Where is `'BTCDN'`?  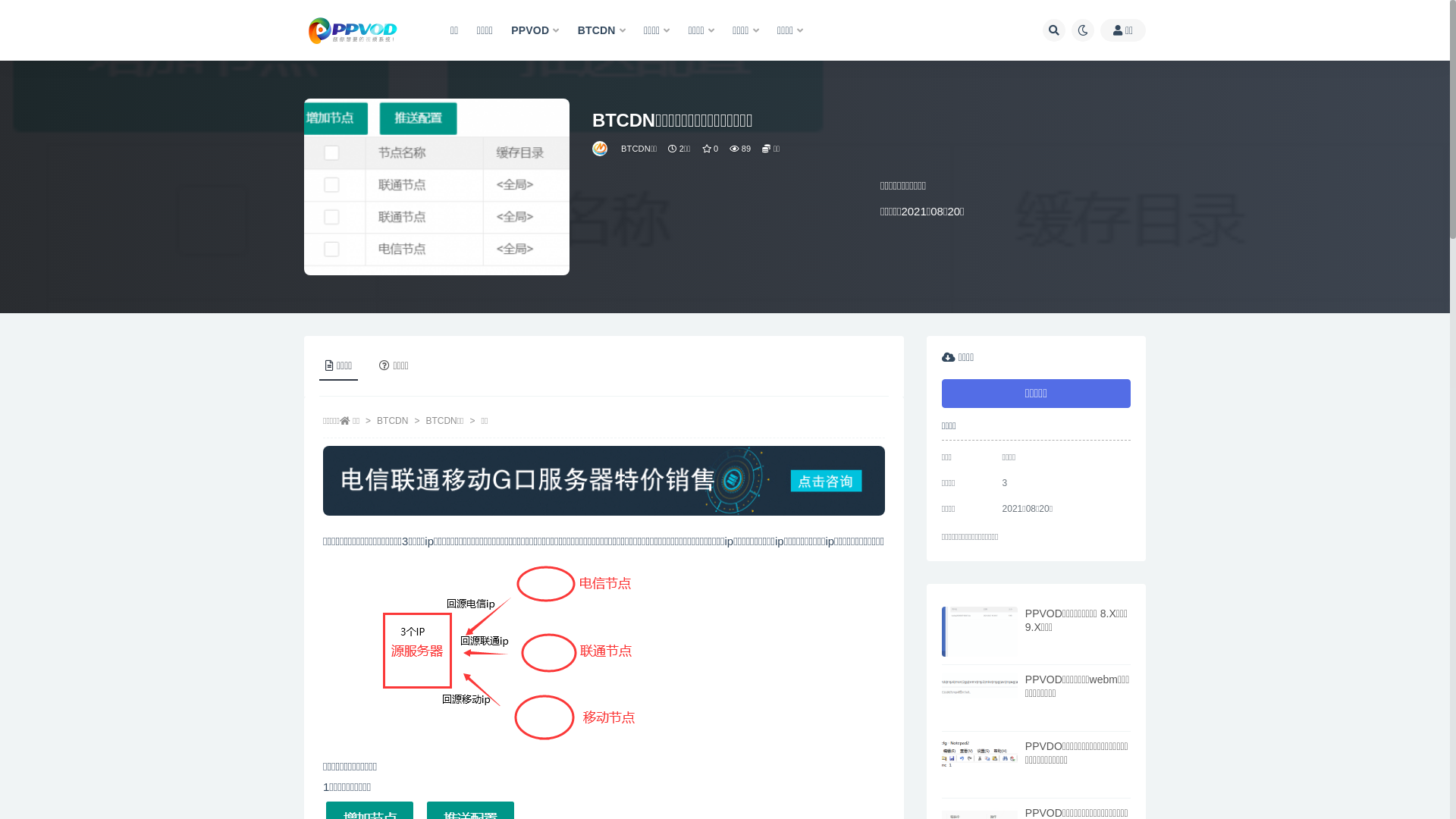
'BTCDN' is located at coordinates (601, 30).